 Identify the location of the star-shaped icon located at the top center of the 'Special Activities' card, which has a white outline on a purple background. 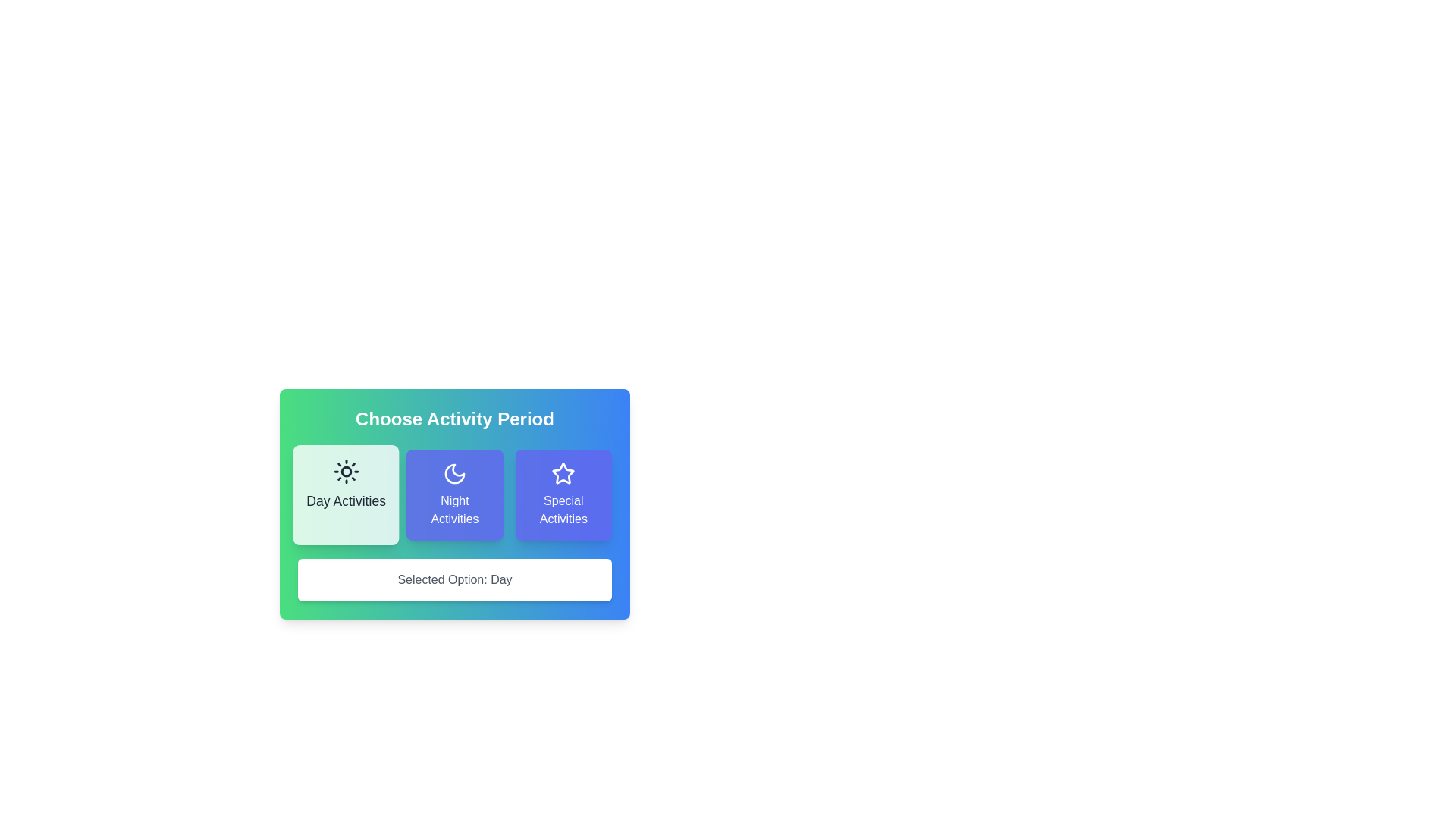
(563, 472).